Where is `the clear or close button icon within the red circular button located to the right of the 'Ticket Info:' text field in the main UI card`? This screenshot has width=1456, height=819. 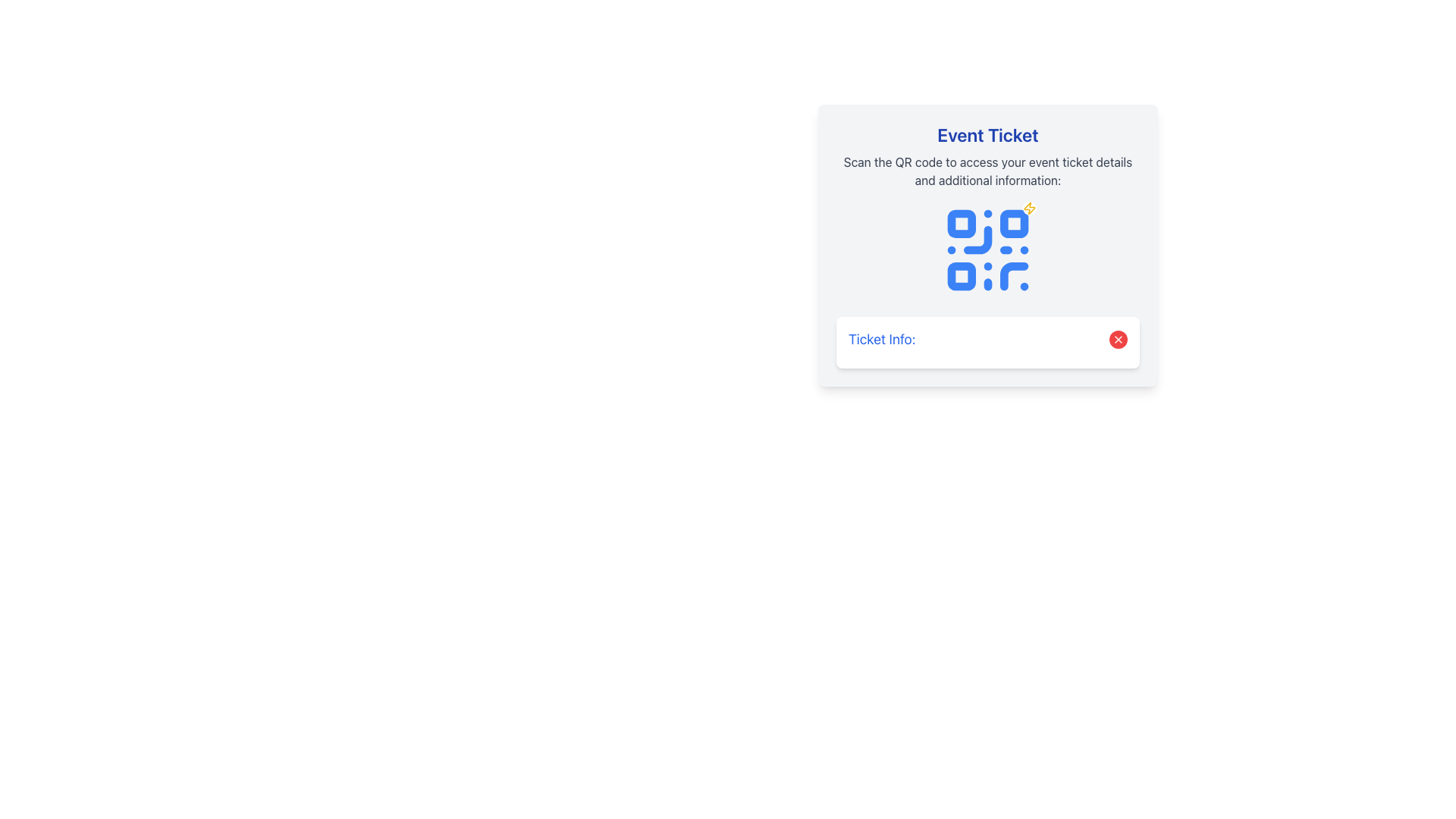 the clear or close button icon within the red circular button located to the right of the 'Ticket Info:' text field in the main UI card is located at coordinates (1118, 338).